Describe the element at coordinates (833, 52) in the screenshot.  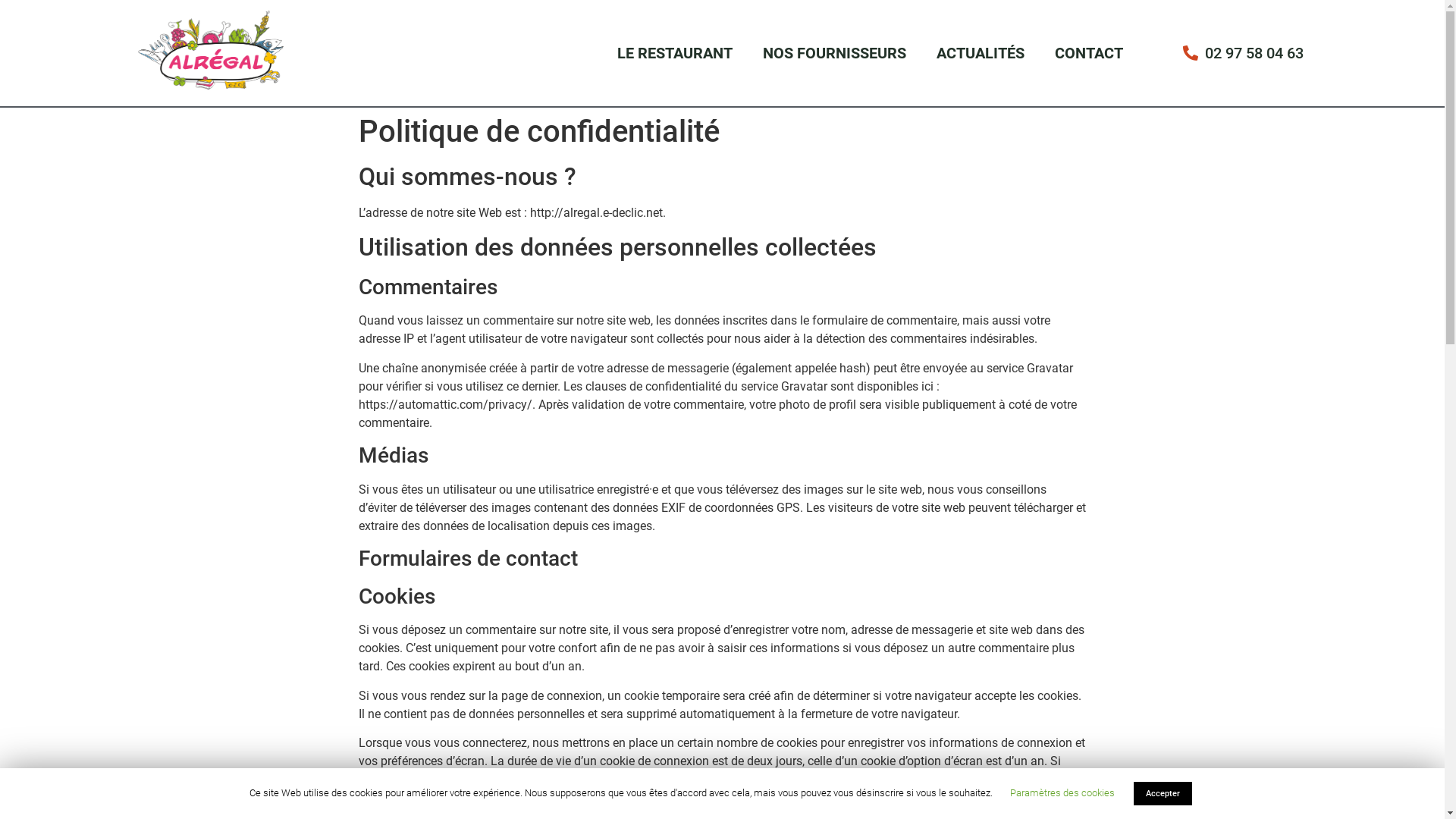
I see `'NOS FOURNISSEURS'` at that location.